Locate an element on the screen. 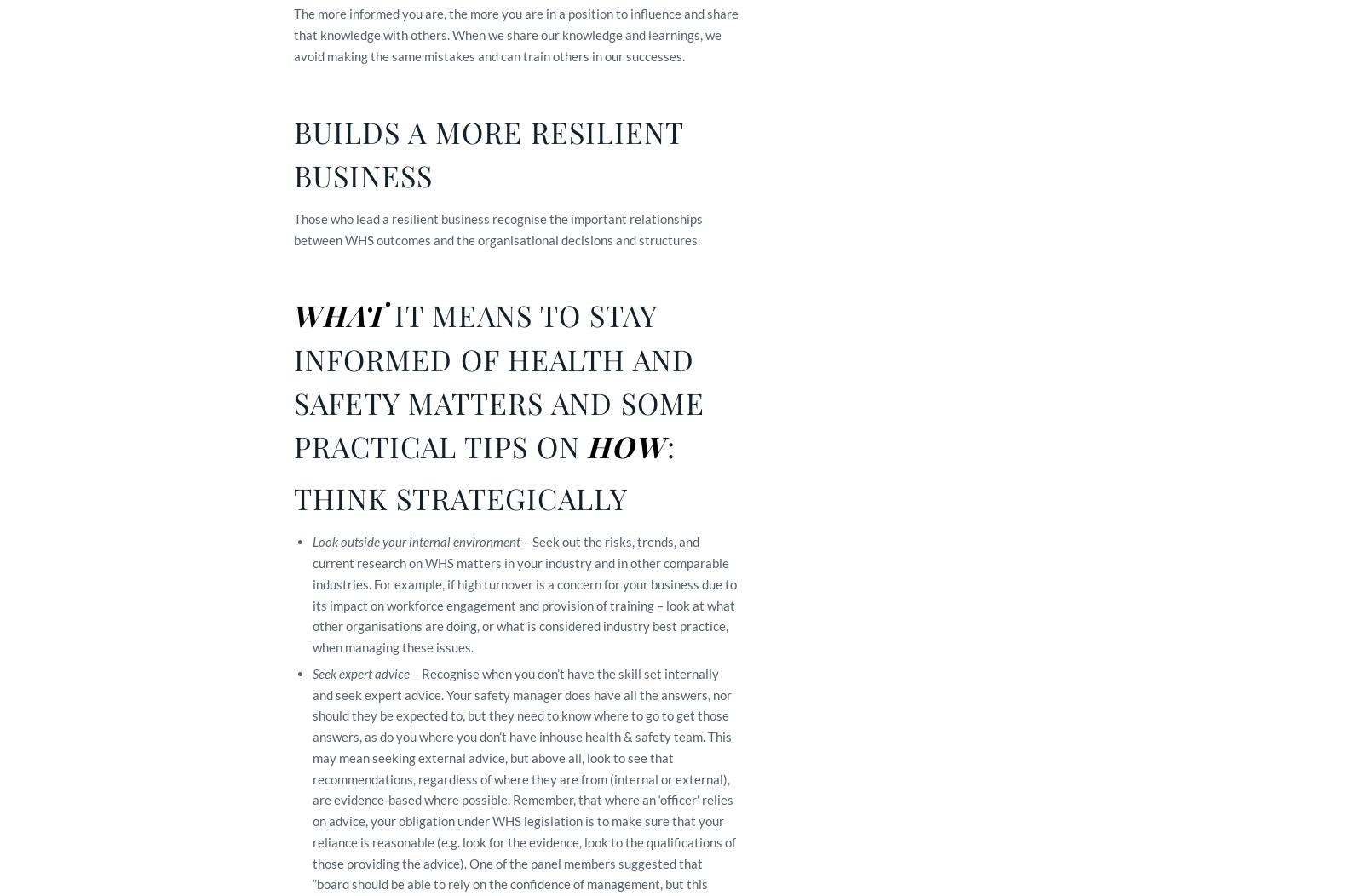 Image resolution: width=1363 pixels, height=896 pixels. '– Seek out the risks, trends, and current research on WHS matters in your industry and in other comparable industries. For example, if high turnover is a concern for your business due to its impact on workforce engagement and provision of training – look at what other organisations are doing, or what is considered industry best practice, when managing these issues.' is located at coordinates (525, 594).